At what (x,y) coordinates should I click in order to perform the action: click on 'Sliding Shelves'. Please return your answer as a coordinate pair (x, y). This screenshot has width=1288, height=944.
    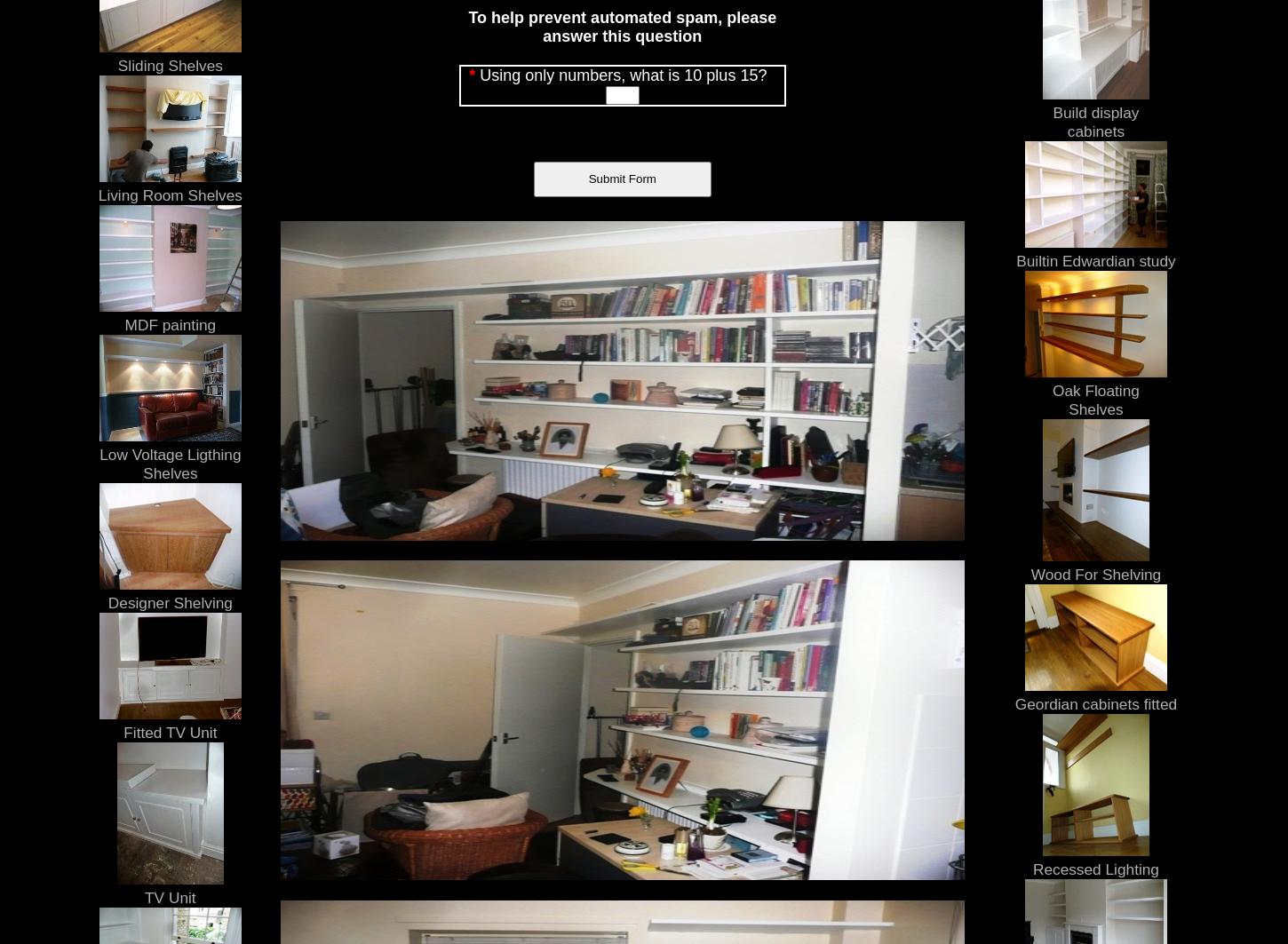
    Looking at the image, I should click on (168, 65).